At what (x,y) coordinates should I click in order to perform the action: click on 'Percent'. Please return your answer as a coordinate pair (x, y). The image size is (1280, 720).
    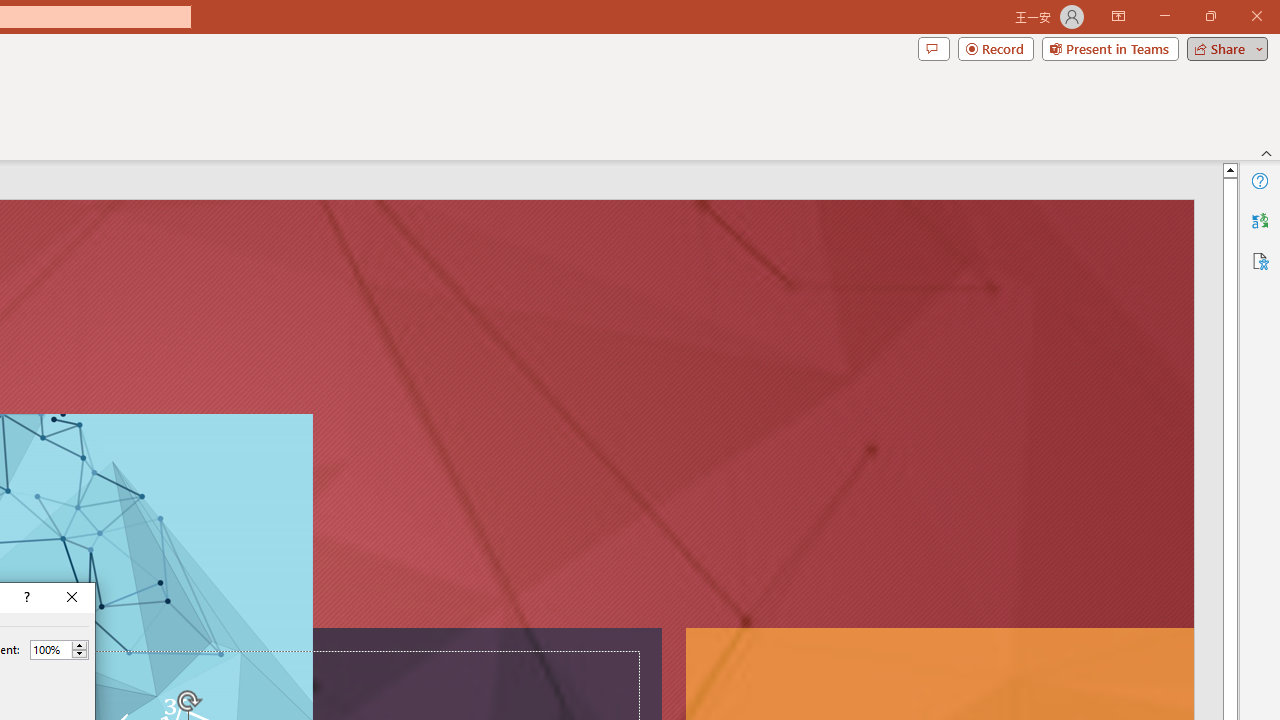
    Looking at the image, I should click on (50, 649).